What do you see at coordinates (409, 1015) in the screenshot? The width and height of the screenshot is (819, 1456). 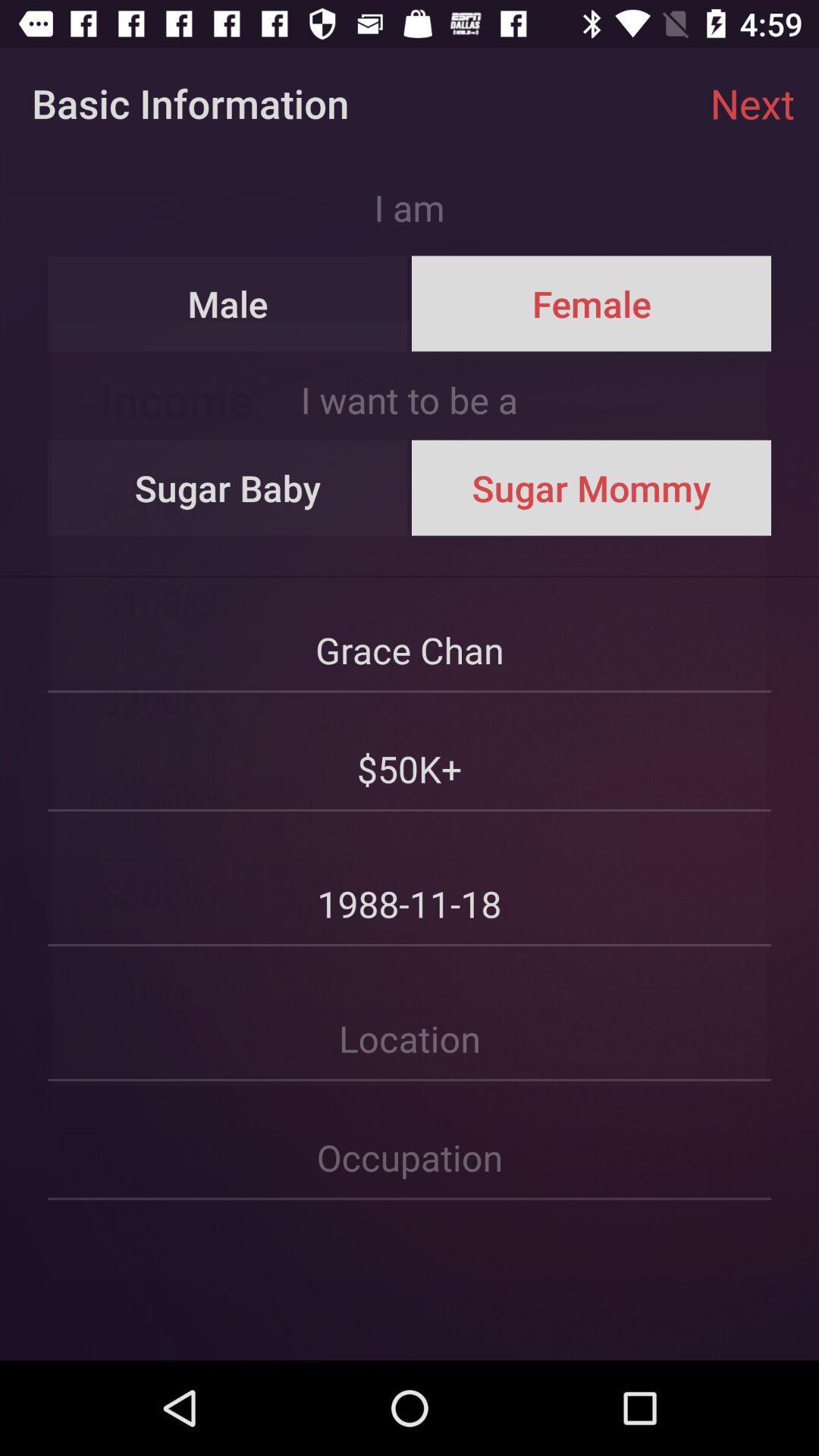 I see `input your location` at bounding box center [409, 1015].